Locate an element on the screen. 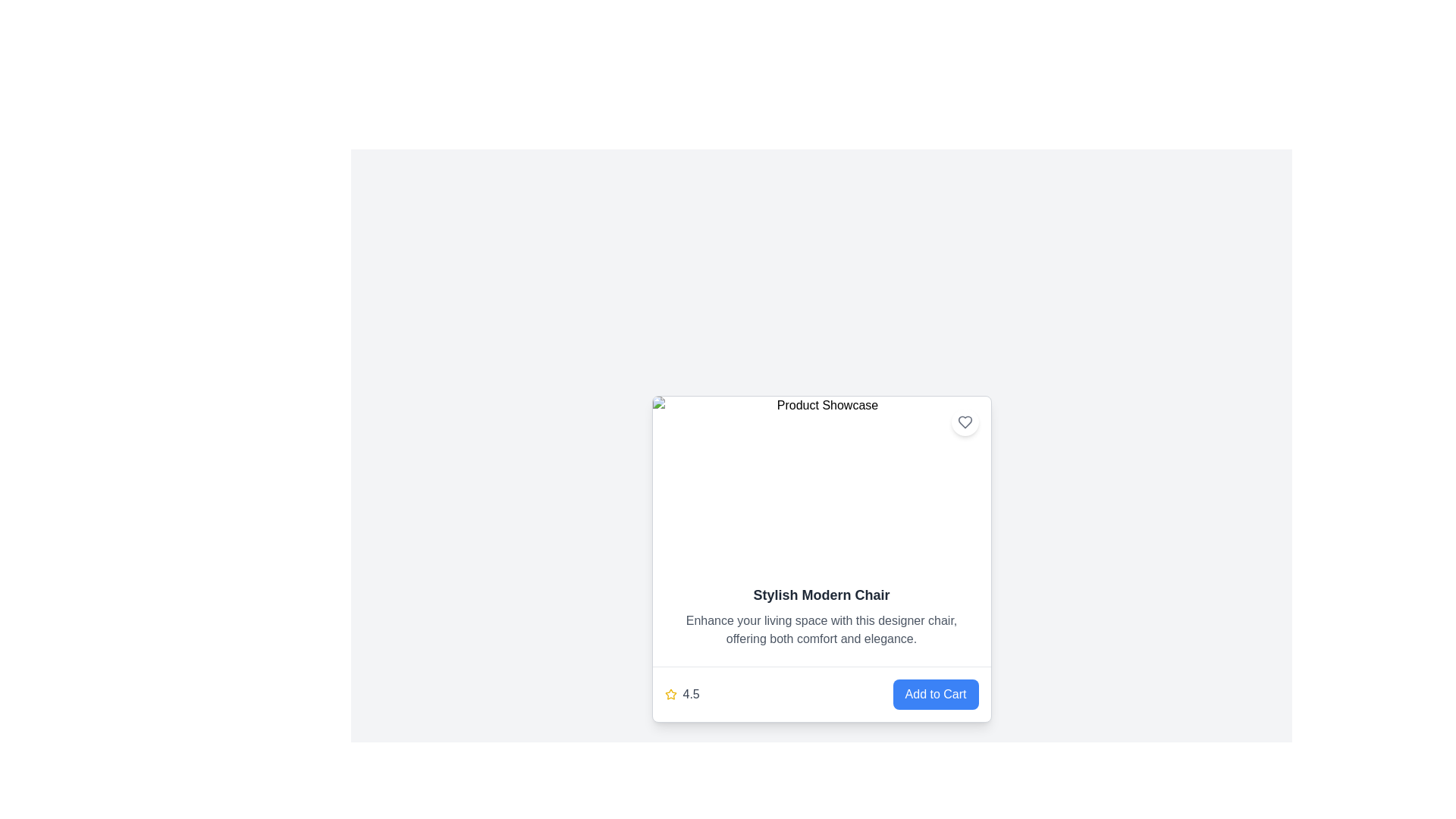  the 'Add to Cart' button located in the bottom-right section of the card layout to observe visual feedback is located at coordinates (934, 694).